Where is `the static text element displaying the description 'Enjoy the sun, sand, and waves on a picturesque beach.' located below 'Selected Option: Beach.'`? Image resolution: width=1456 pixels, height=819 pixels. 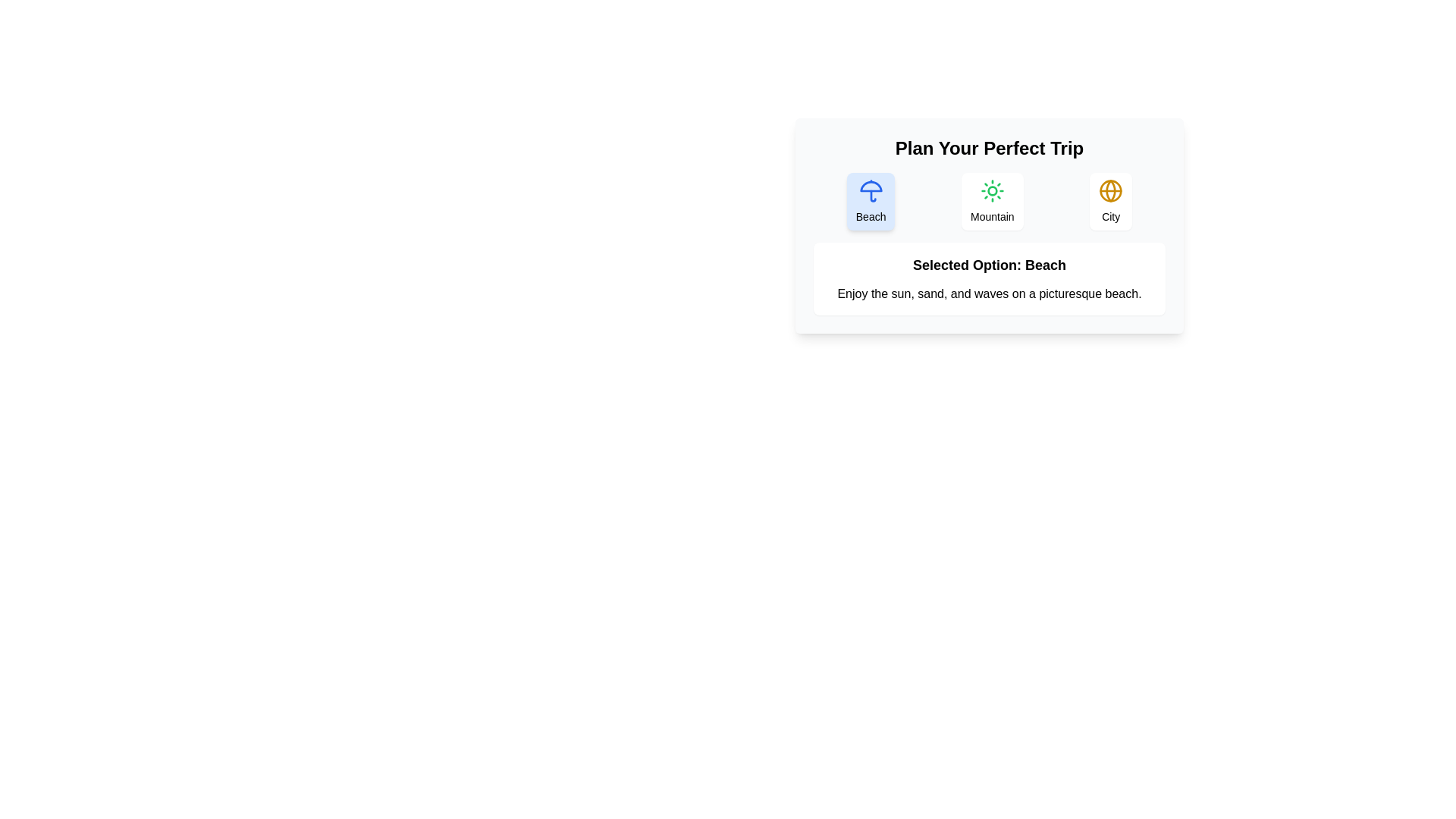 the static text element displaying the description 'Enjoy the sun, sand, and waves on a picturesque beach.' located below 'Selected Option: Beach.' is located at coordinates (990, 294).